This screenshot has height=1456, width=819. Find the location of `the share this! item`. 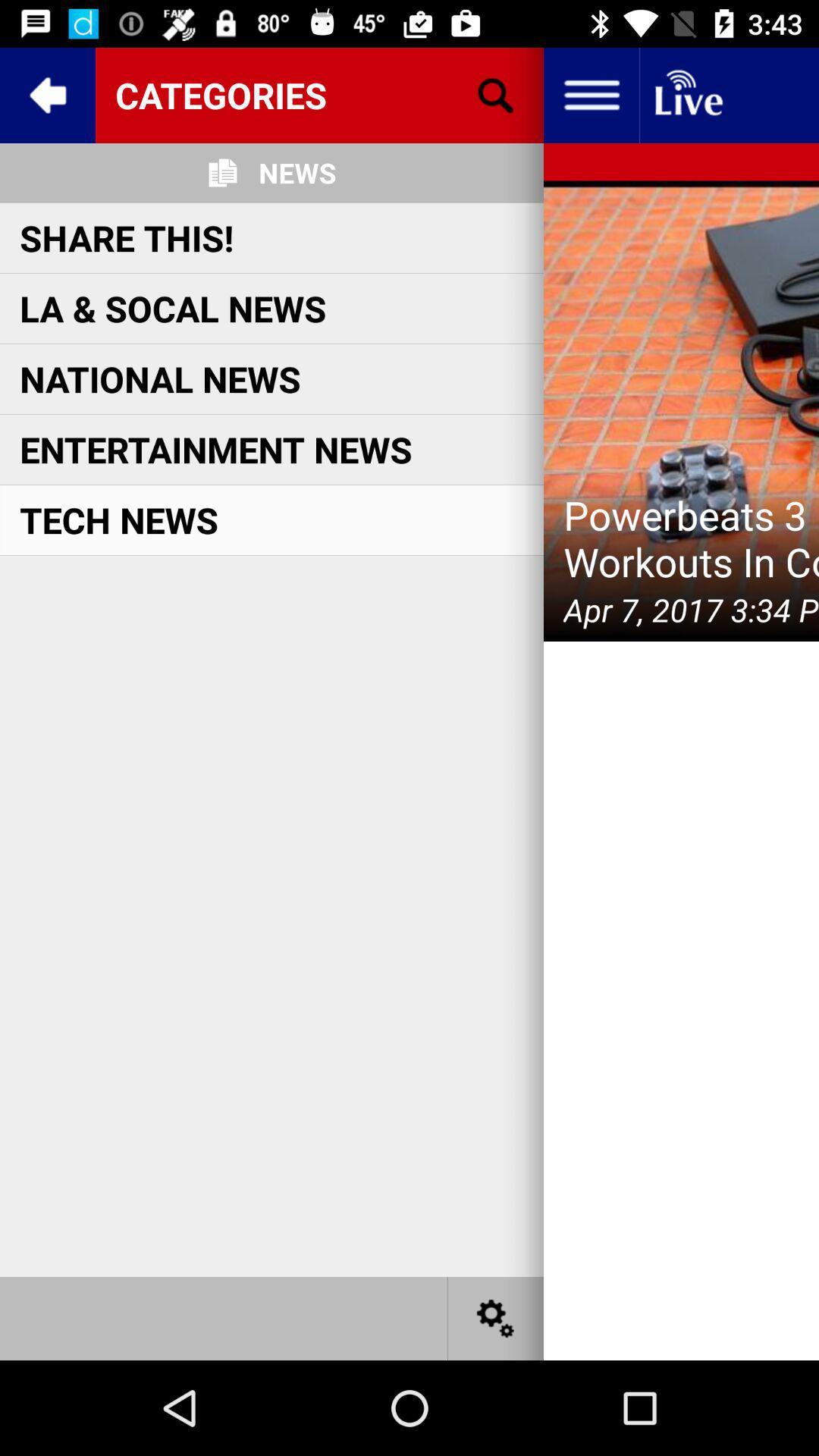

the share this! item is located at coordinates (126, 237).